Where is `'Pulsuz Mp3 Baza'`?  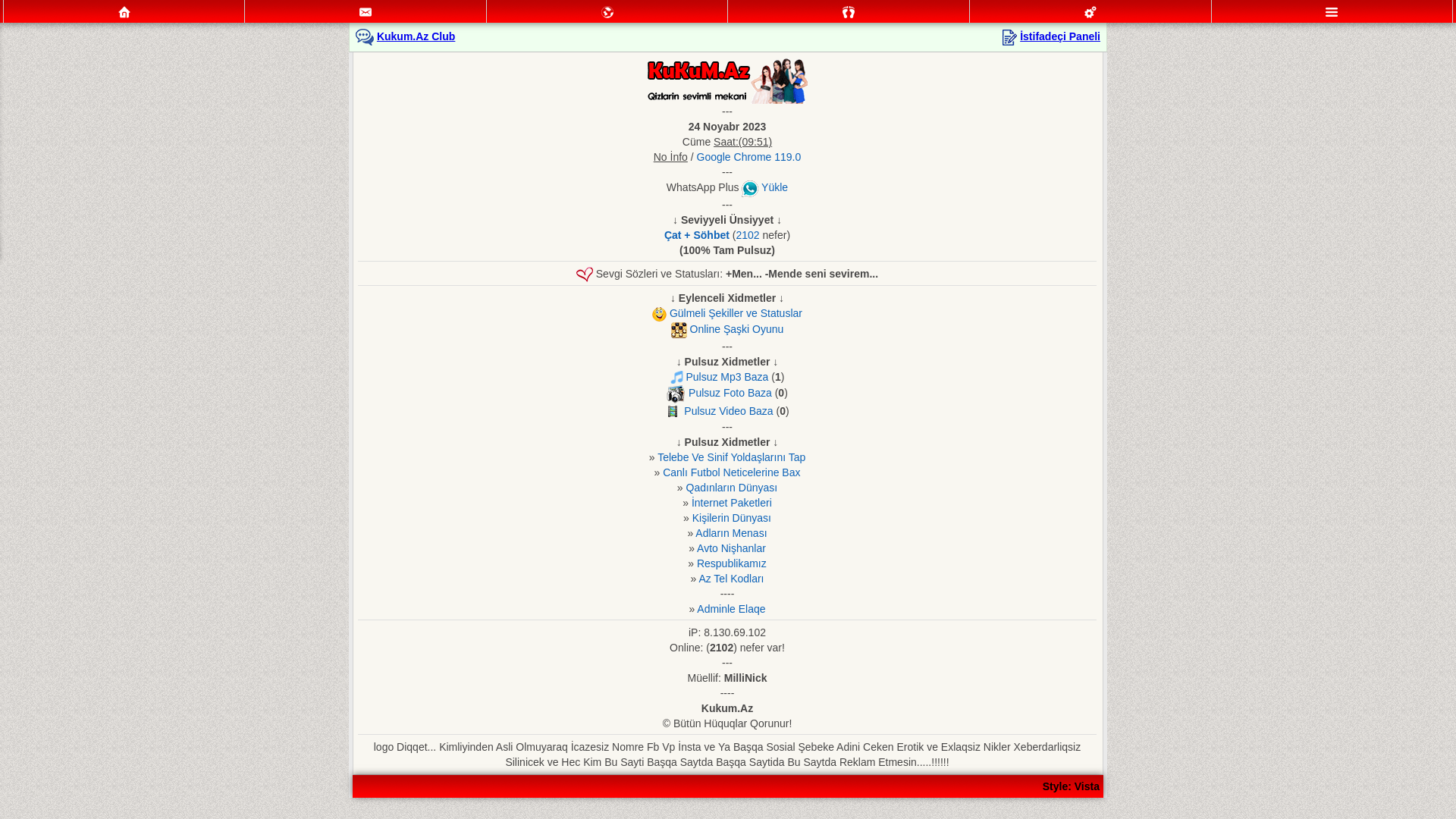
'Pulsuz Mp3 Baza' is located at coordinates (726, 376).